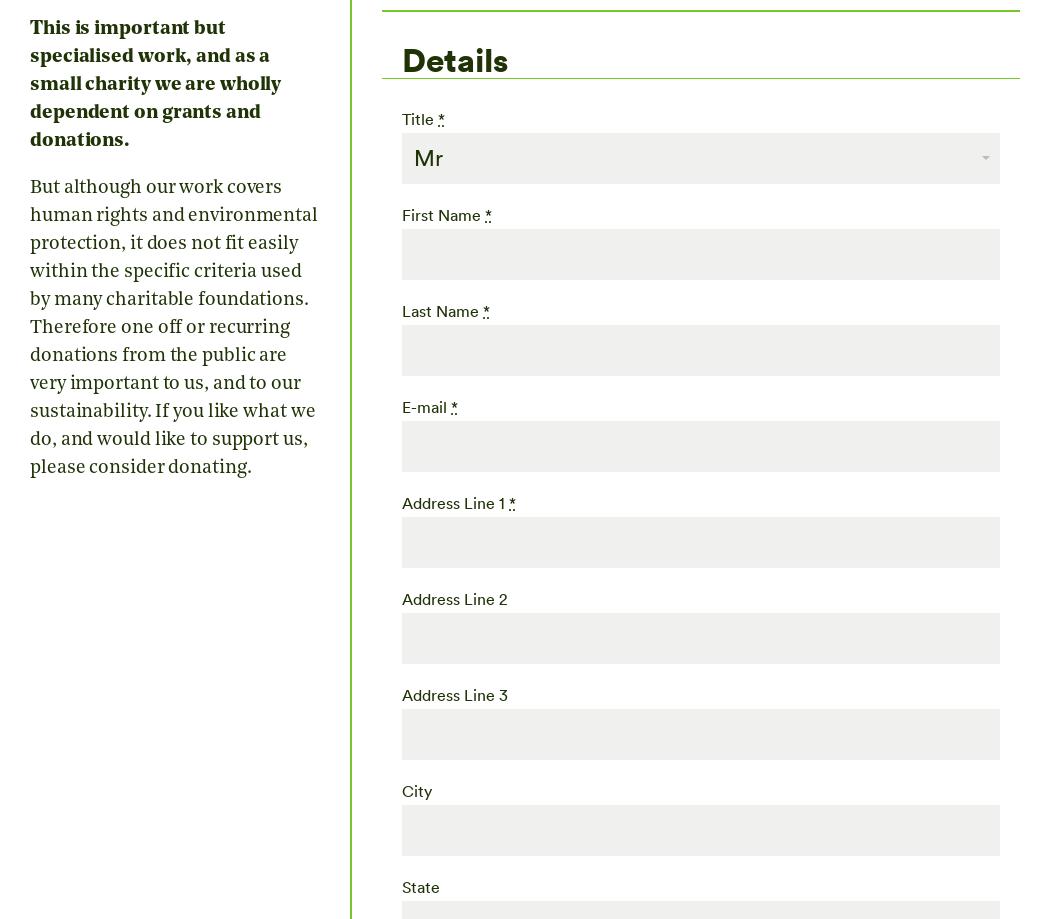 The height and width of the screenshot is (919, 1050). Describe the element at coordinates (425, 406) in the screenshot. I see `'E-mail'` at that location.